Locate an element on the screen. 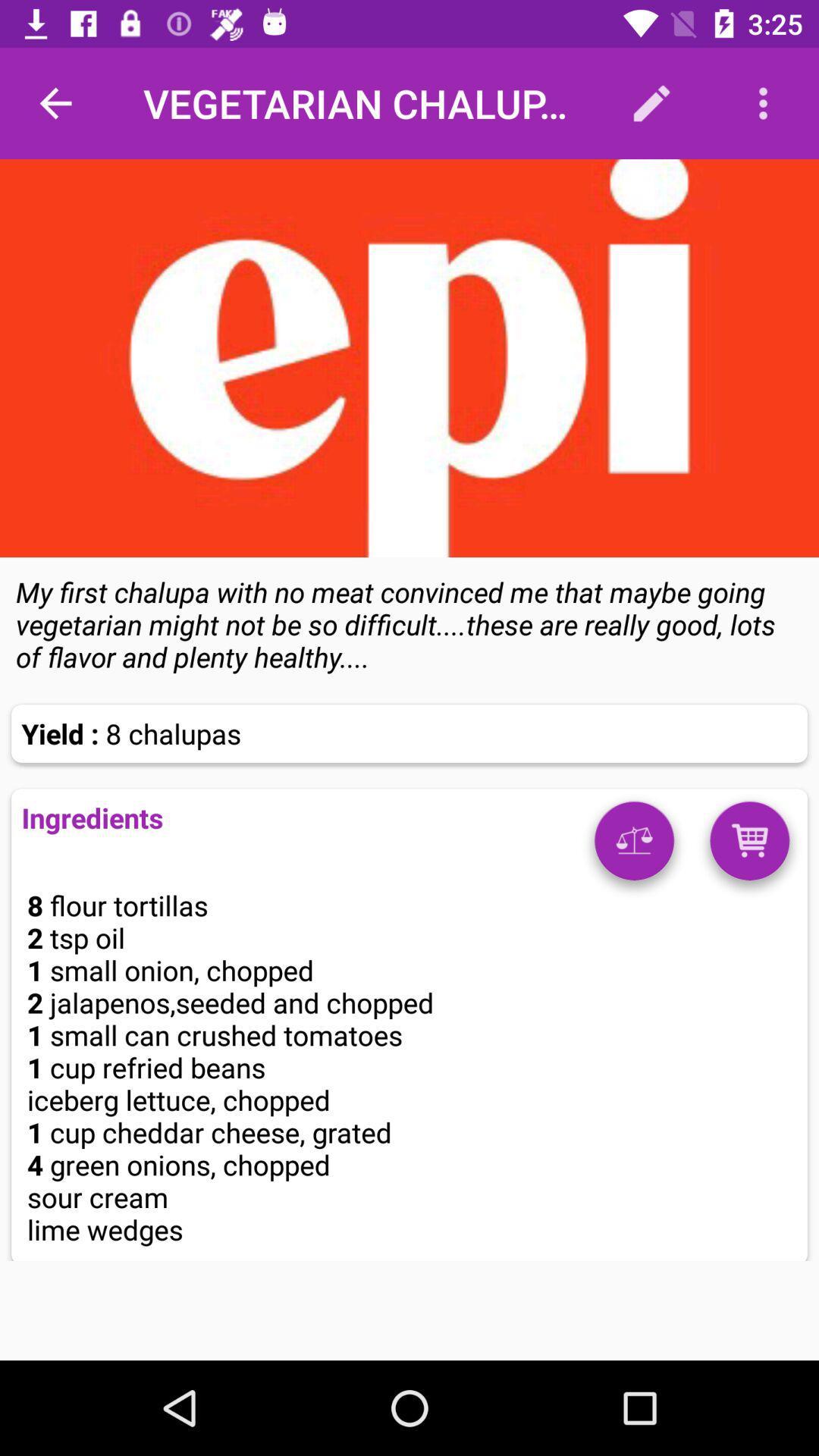 Image resolution: width=819 pixels, height=1456 pixels. information is located at coordinates (634, 846).